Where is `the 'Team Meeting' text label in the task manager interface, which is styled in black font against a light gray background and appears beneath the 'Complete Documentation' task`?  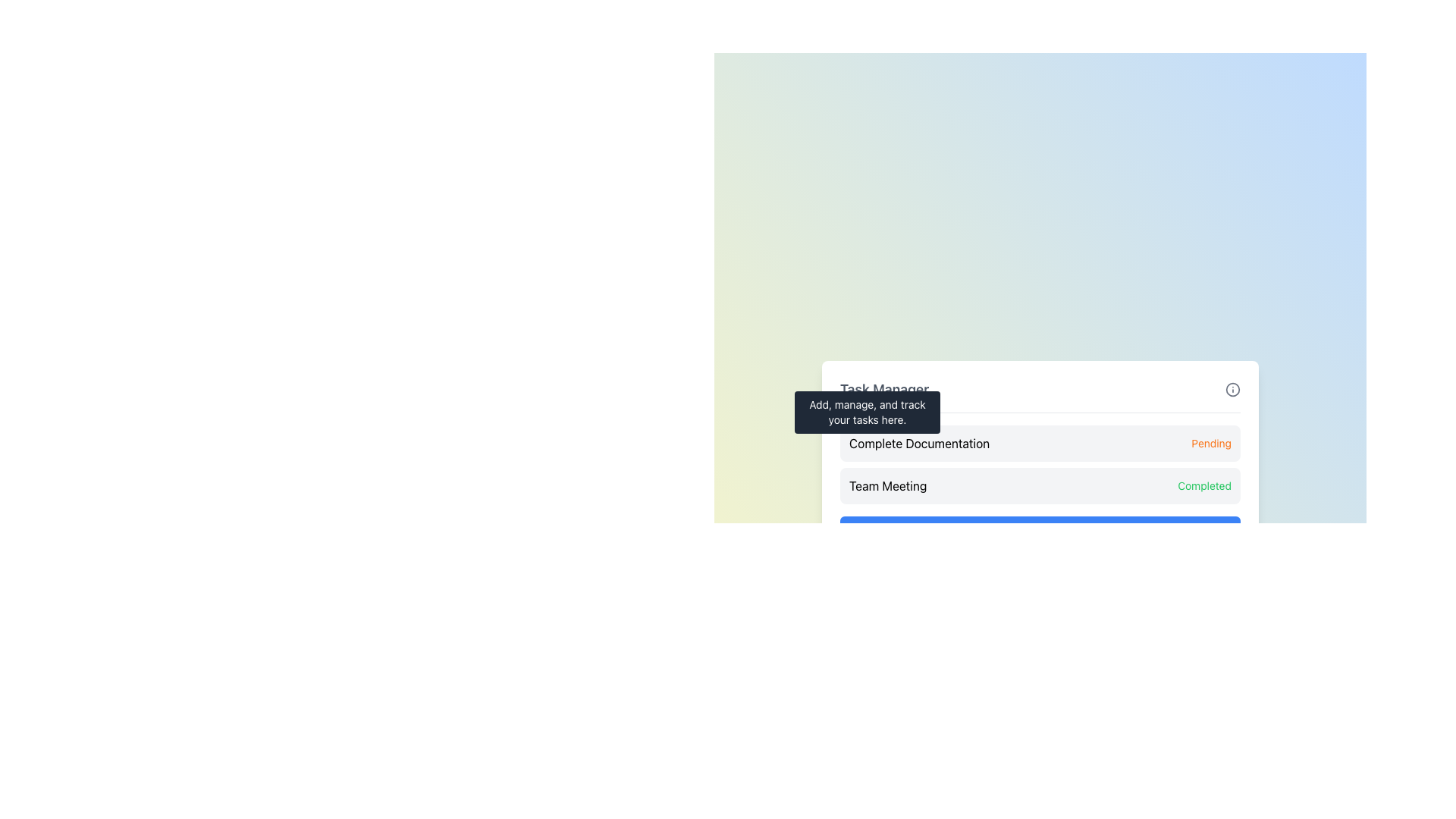 the 'Team Meeting' text label in the task manager interface, which is styled in black font against a light gray background and appears beneath the 'Complete Documentation' task is located at coordinates (888, 485).